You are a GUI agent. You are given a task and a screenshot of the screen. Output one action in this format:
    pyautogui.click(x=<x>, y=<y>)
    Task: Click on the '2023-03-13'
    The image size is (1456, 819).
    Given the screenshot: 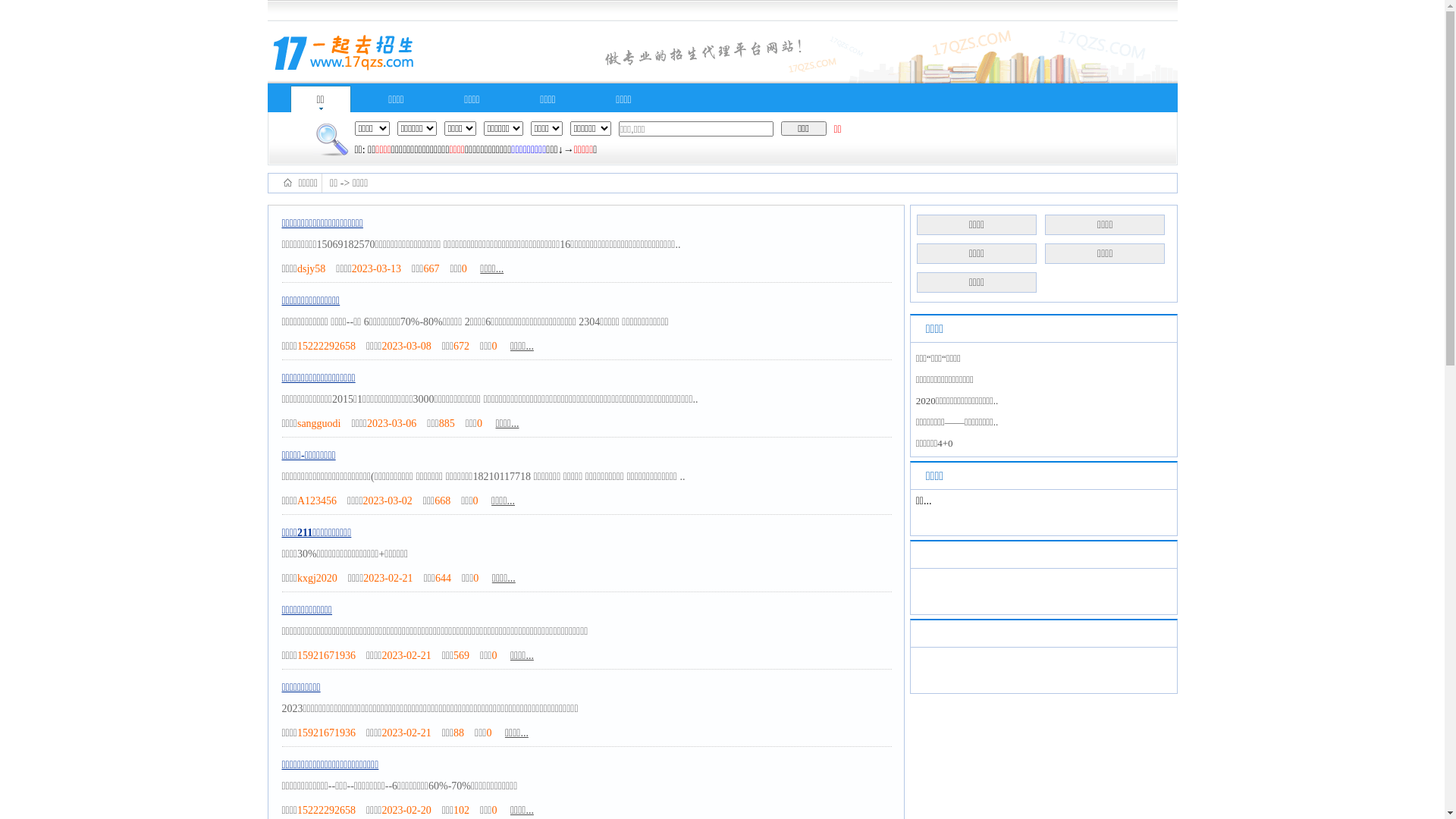 What is the action you would take?
    pyautogui.click(x=351, y=268)
    